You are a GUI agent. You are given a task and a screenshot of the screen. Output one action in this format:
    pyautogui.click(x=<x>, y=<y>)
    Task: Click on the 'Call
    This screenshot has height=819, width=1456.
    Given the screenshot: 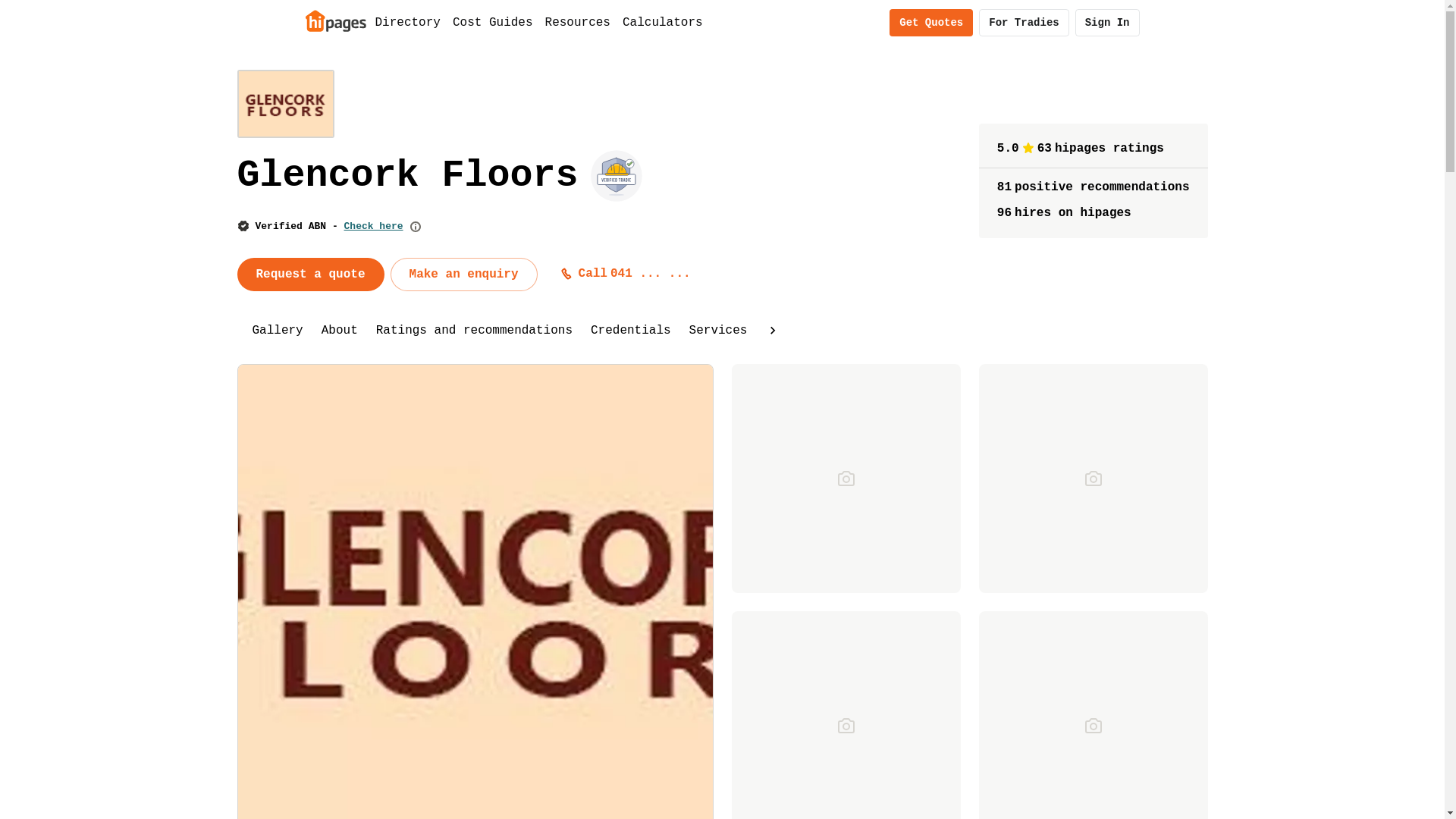 What is the action you would take?
    pyautogui.click(x=629, y=274)
    